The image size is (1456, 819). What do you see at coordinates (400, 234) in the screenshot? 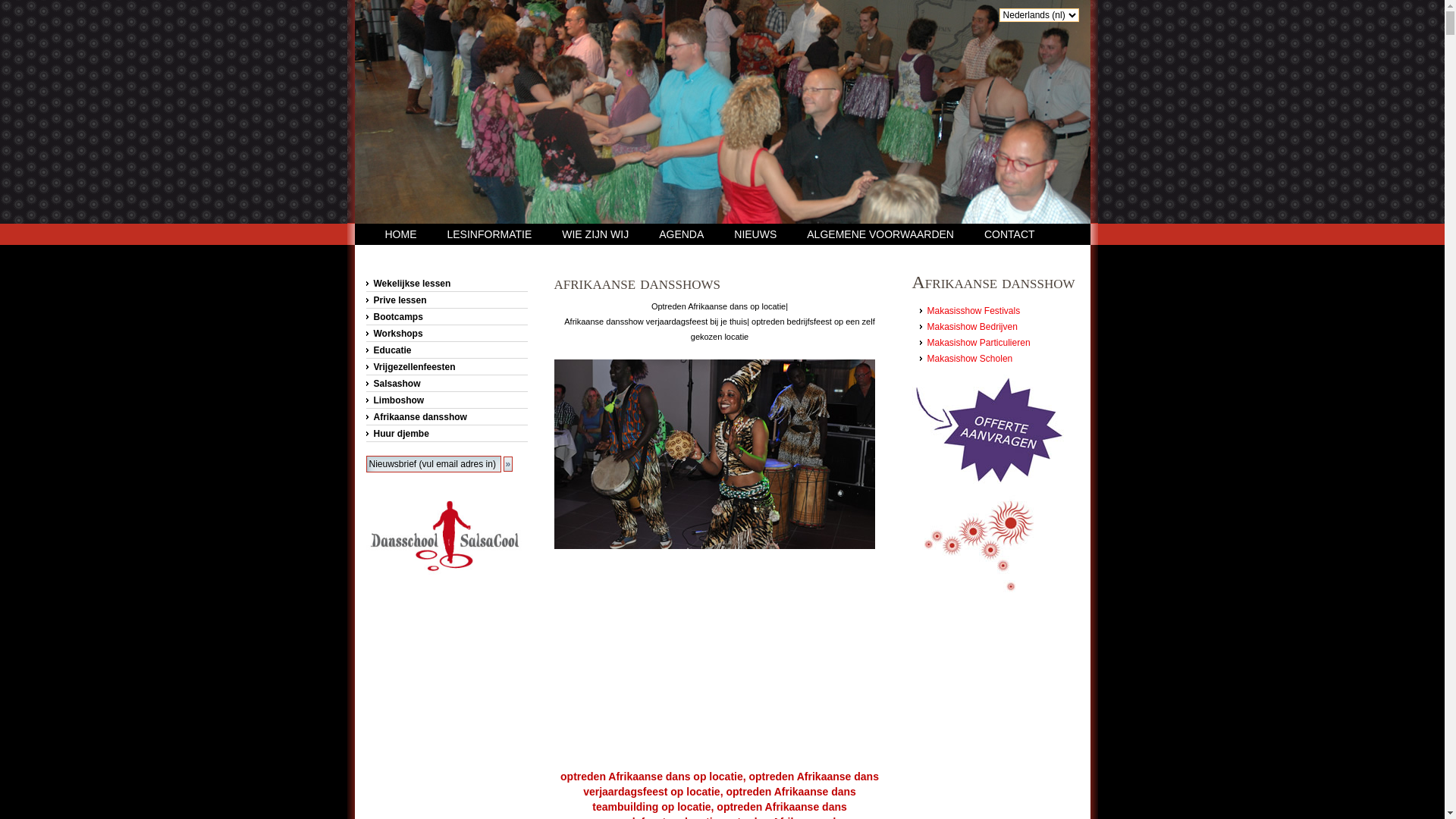
I see `'HOME'` at bounding box center [400, 234].